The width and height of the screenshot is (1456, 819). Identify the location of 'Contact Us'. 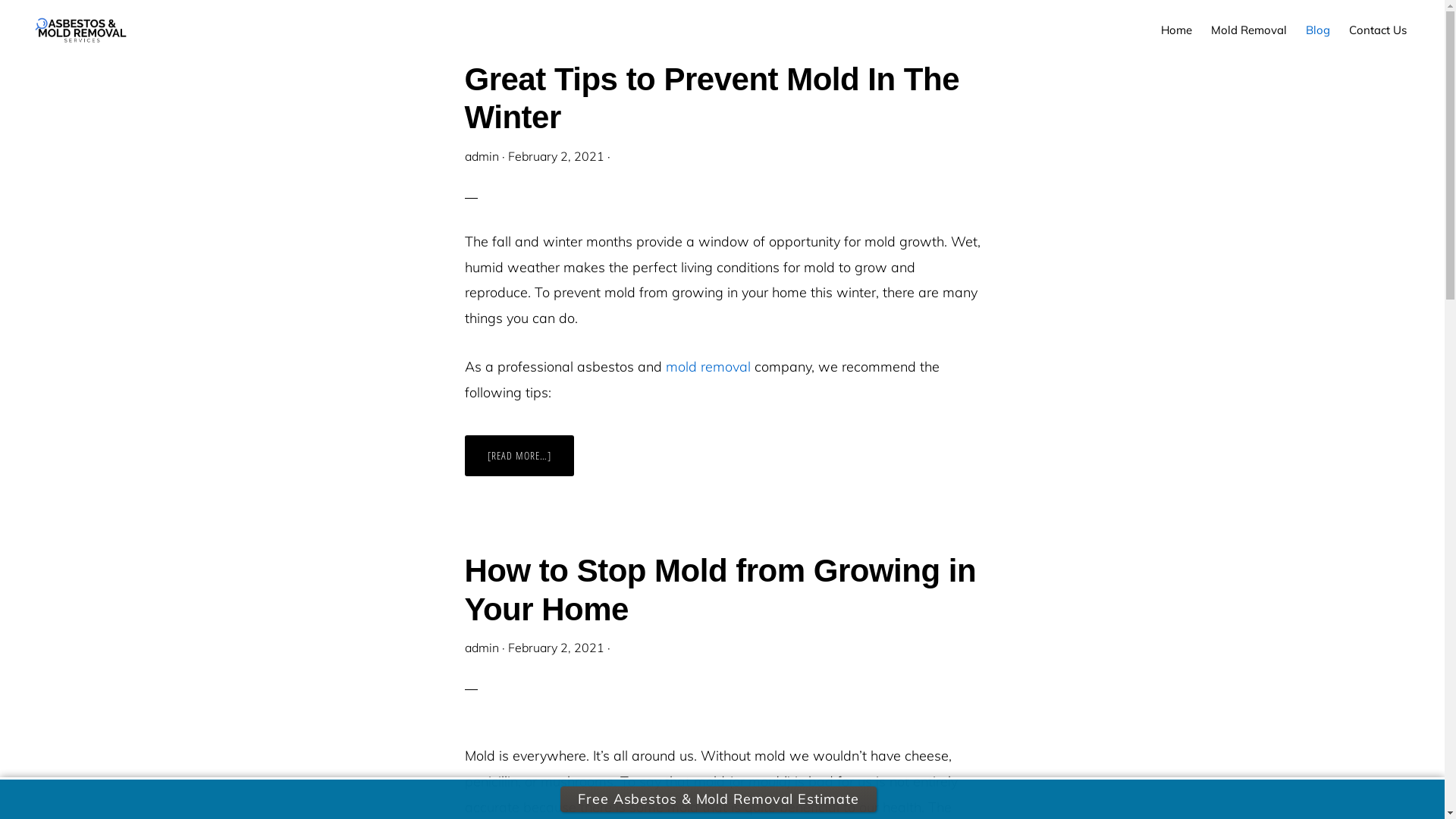
(1378, 30).